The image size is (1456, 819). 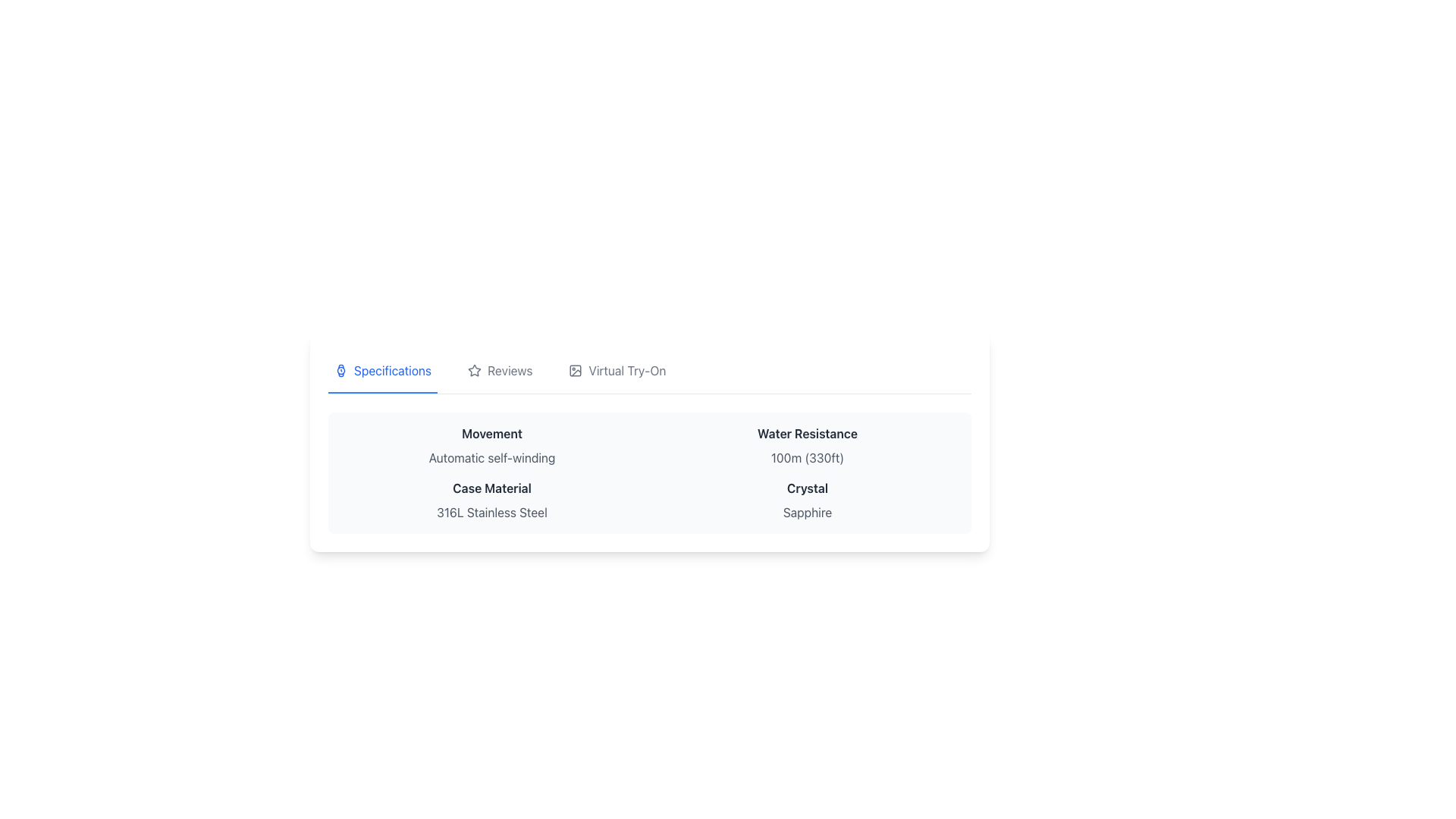 What do you see at coordinates (510, 371) in the screenshot?
I see `the 'Reviews' text label within the navigation tab, which is styled in gray and positioned between a star icon and the 'Virtual Try-On' tab` at bounding box center [510, 371].